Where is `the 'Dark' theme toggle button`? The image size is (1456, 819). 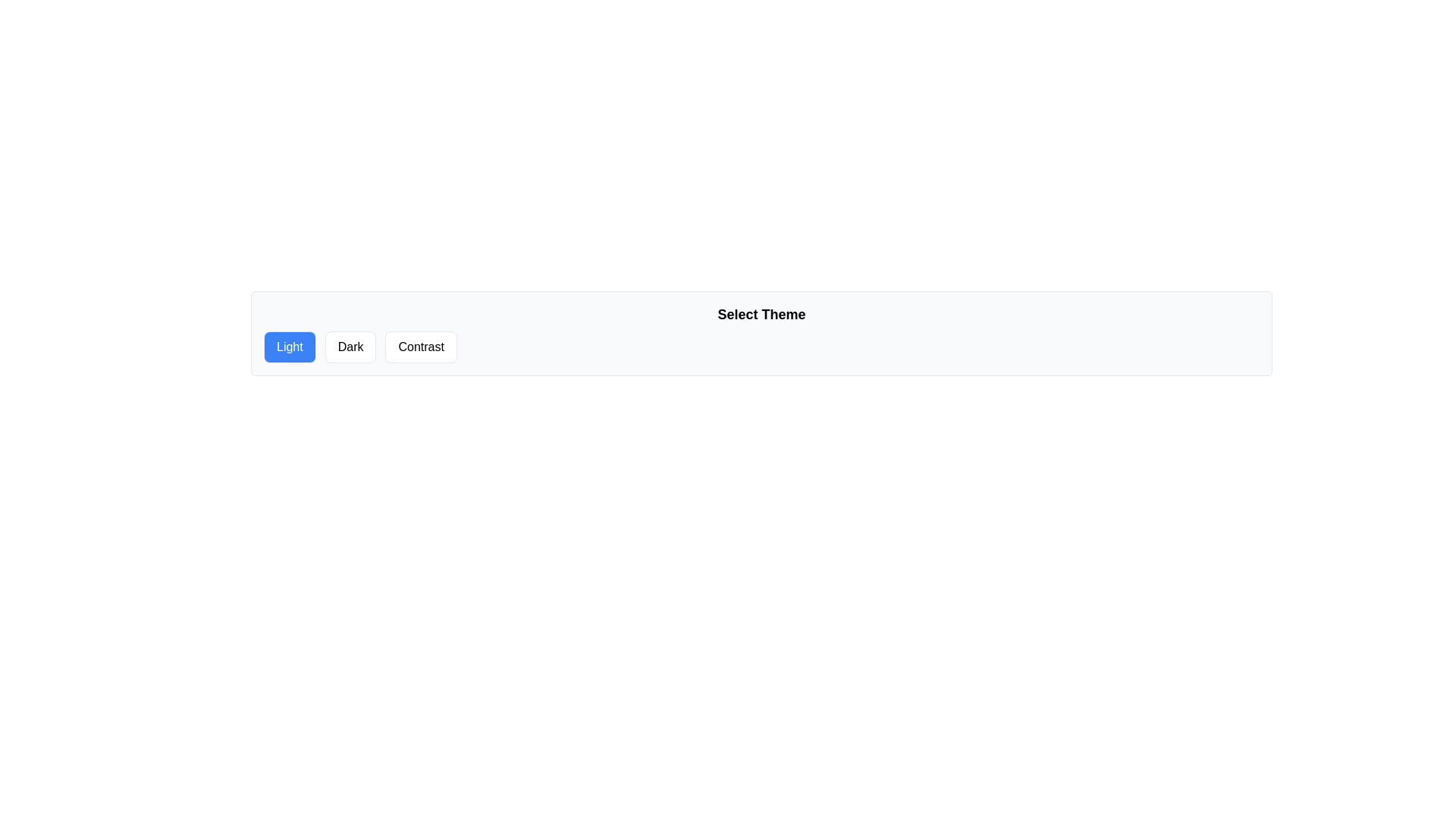 the 'Dark' theme toggle button is located at coordinates (350, 347).